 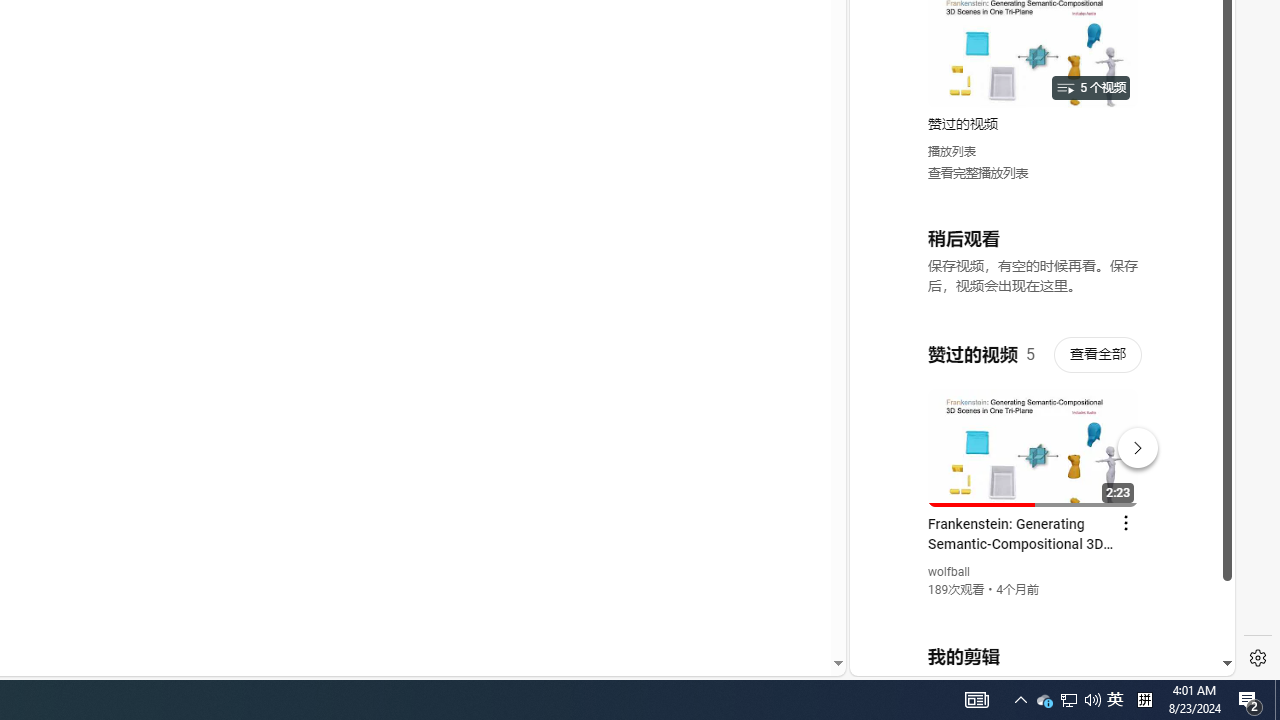 What do you see at coordinates (1257, 658) in the screenshot?
I see `'Settings'` at bounding box center [1257, 658].